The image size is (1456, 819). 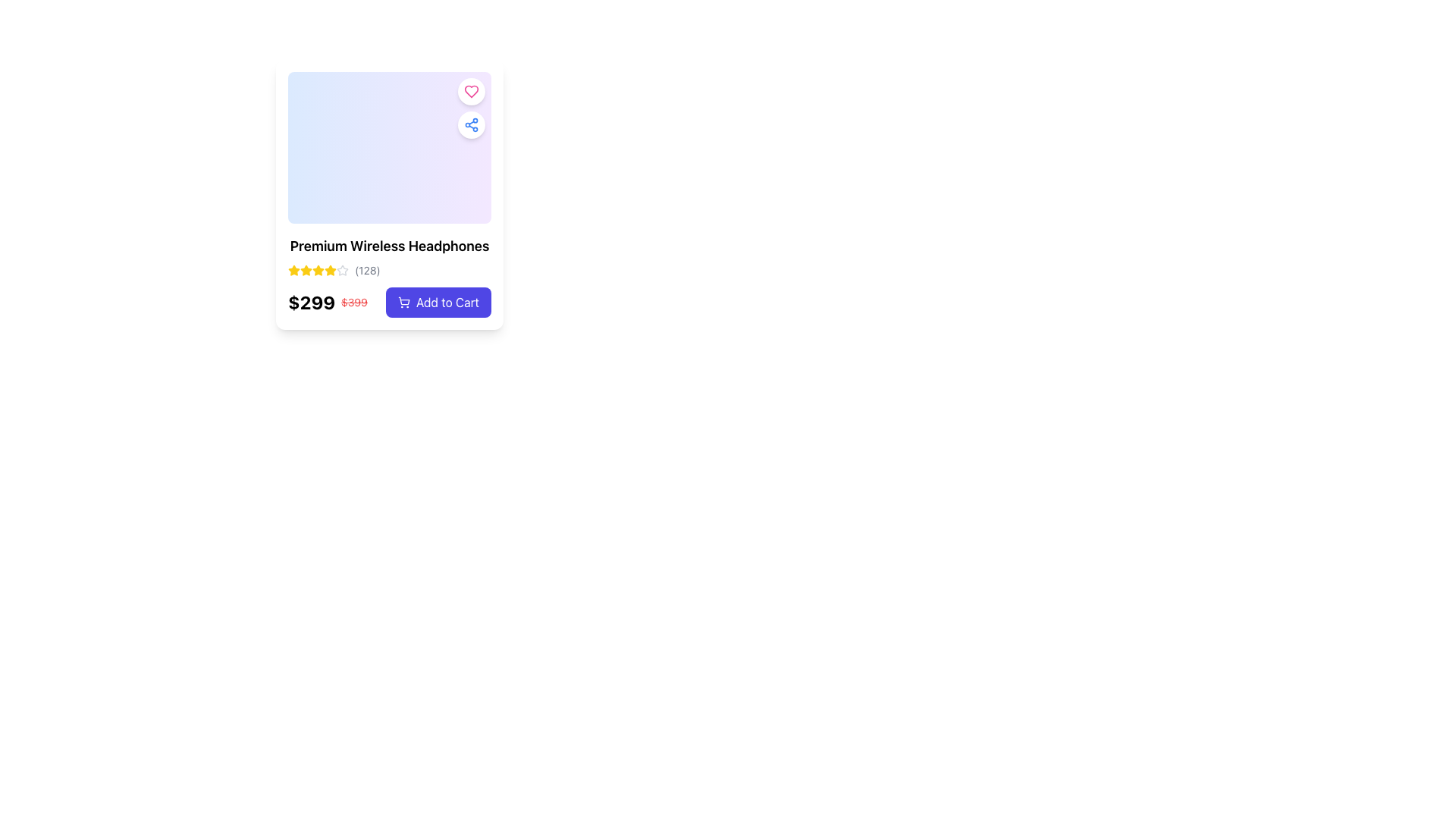 What do you see at coordinates (330, 269) in the screenshot?
I see `the third star icon in the rating system for 'Premium Wireless Headphones'` at bounding box center [330, 269].